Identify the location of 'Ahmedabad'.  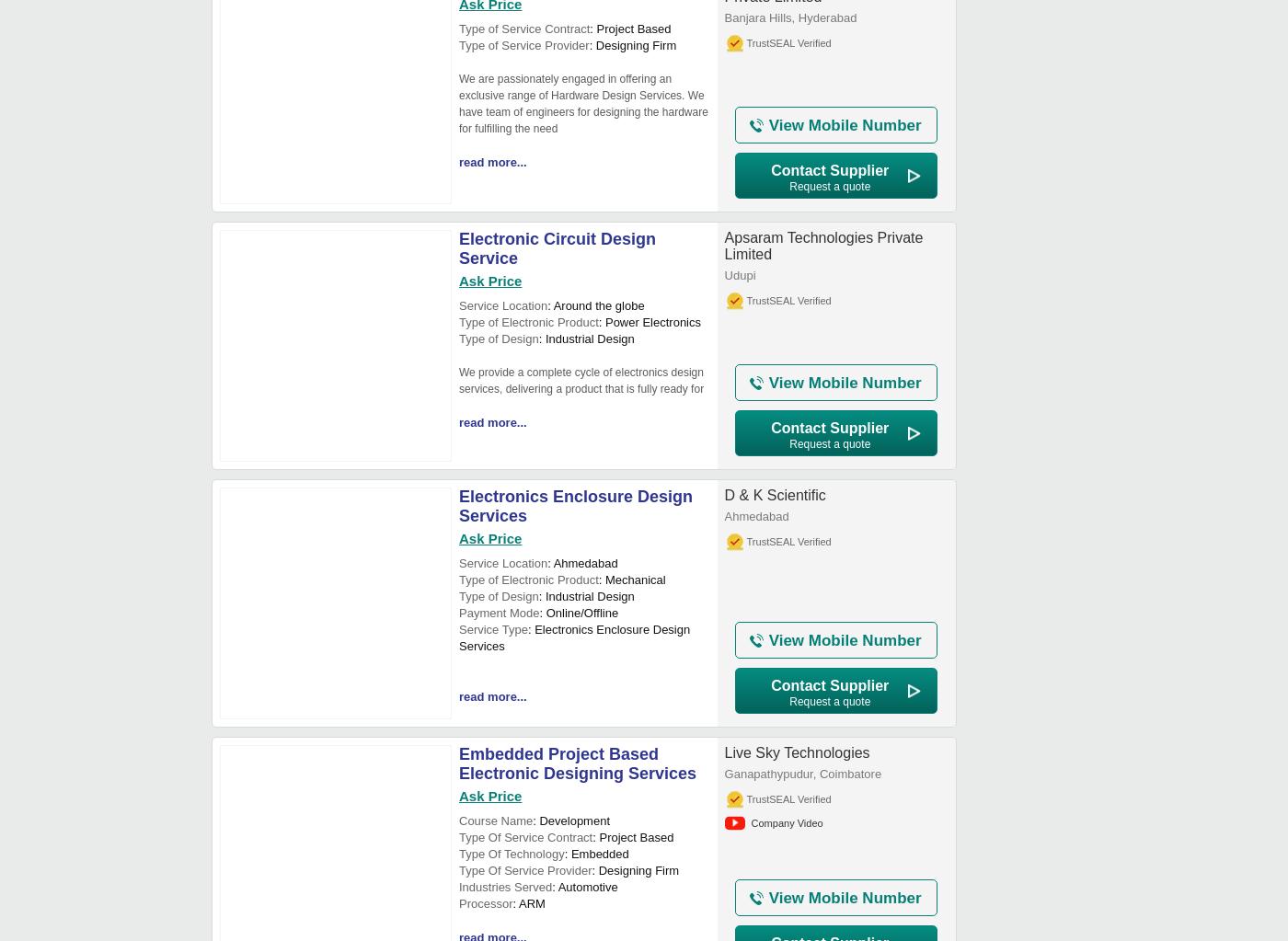
(755, 516).